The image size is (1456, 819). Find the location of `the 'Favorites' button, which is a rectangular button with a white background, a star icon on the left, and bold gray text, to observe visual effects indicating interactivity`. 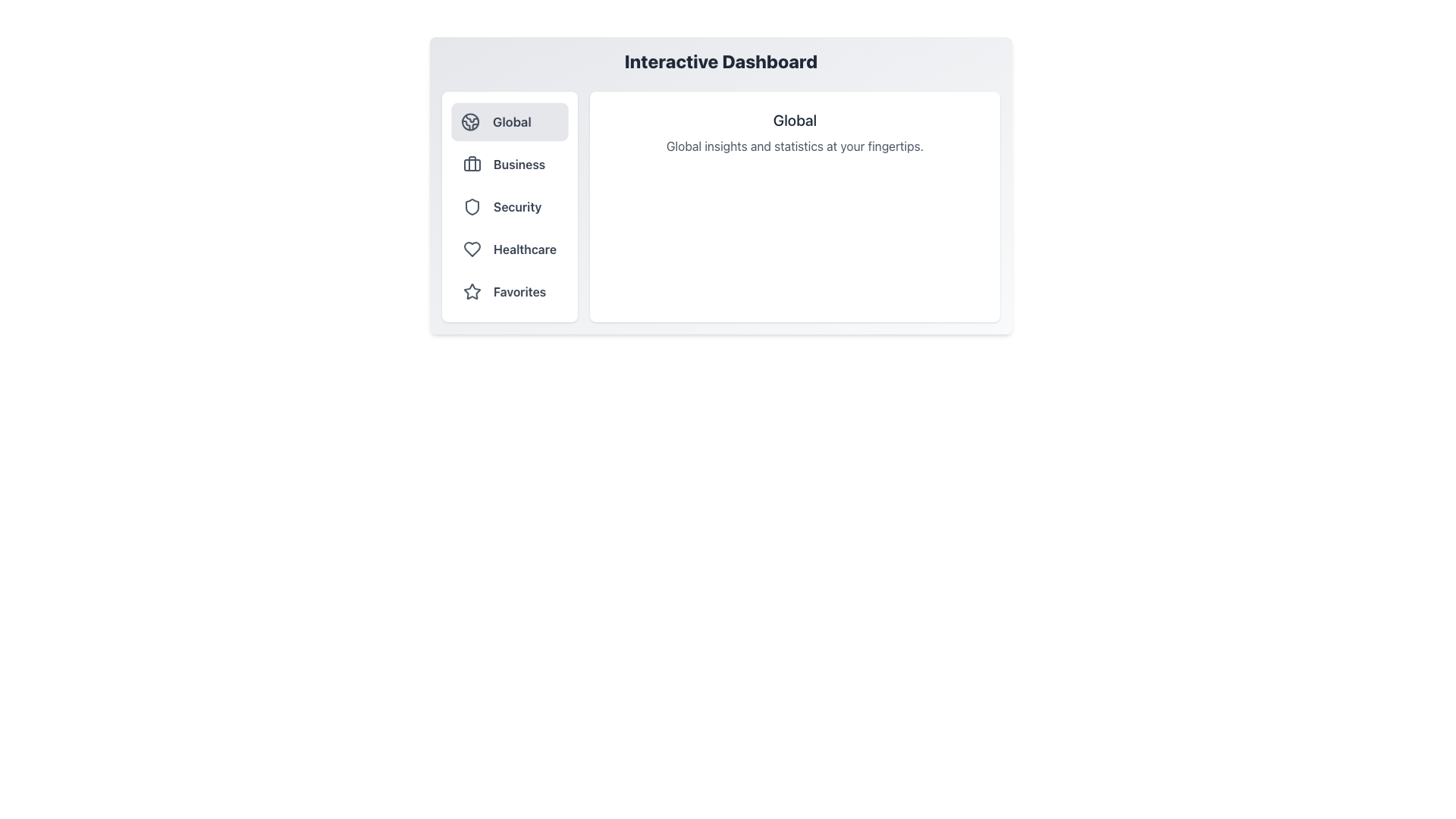

the 'Favorites' button, which is a rectangular button with a white background, a star icon on the left, and bold gray text, to observe visual effects indicating interactivity is located at coordinates (510, 292).